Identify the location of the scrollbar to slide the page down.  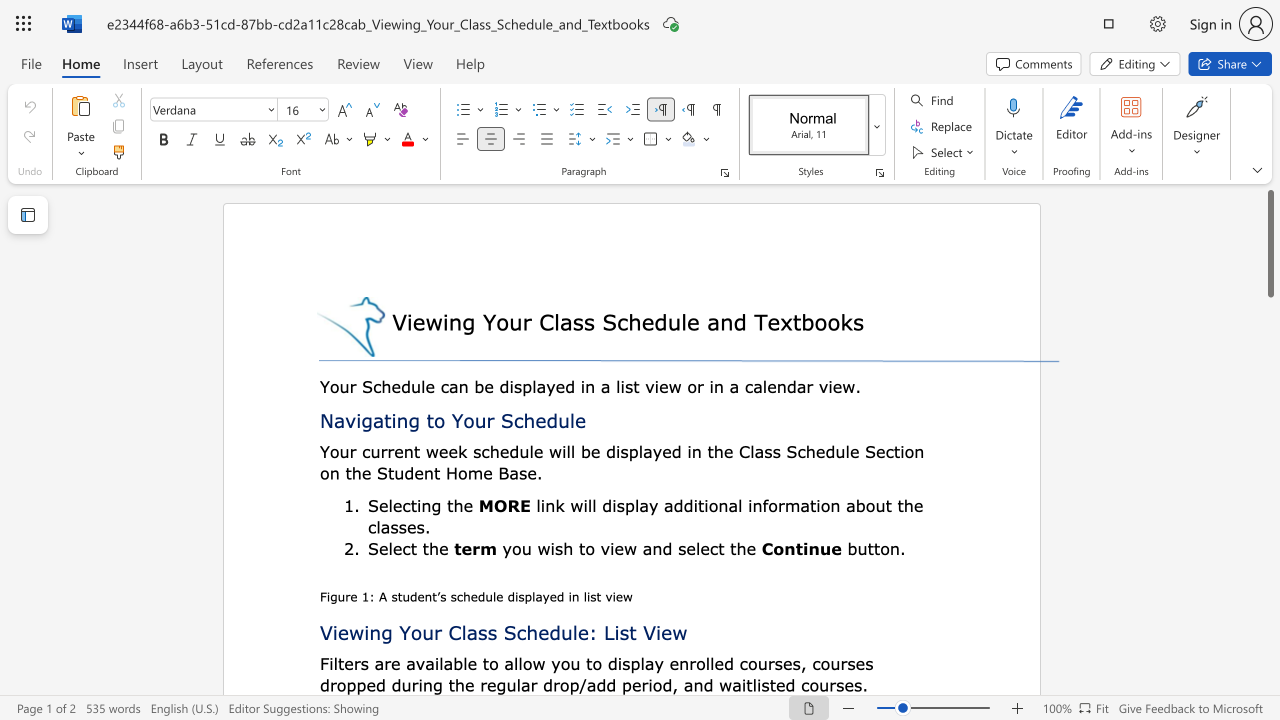
(1269, 670).